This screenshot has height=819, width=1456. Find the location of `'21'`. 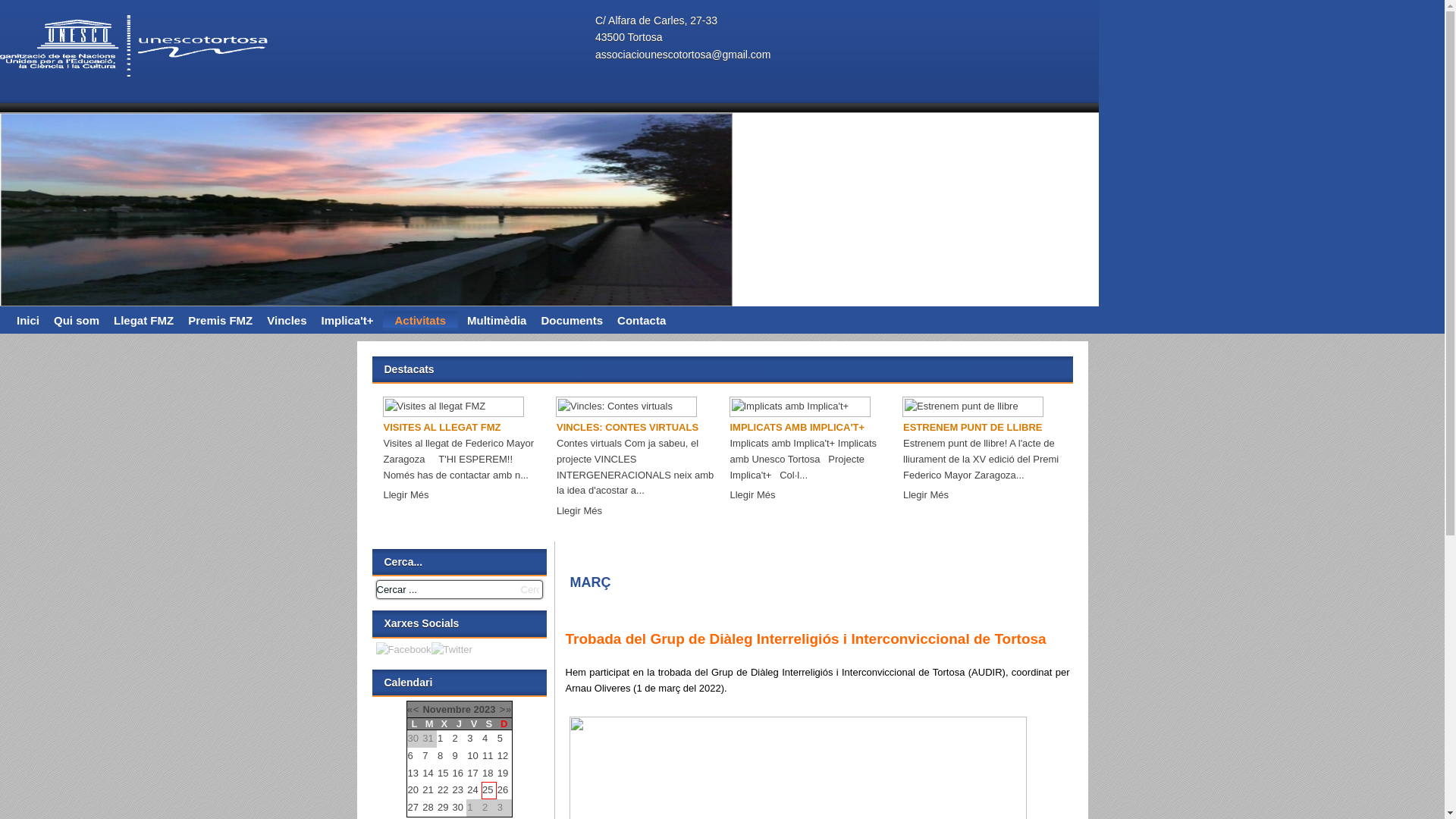

'21' is located at coordinates (422, 789).